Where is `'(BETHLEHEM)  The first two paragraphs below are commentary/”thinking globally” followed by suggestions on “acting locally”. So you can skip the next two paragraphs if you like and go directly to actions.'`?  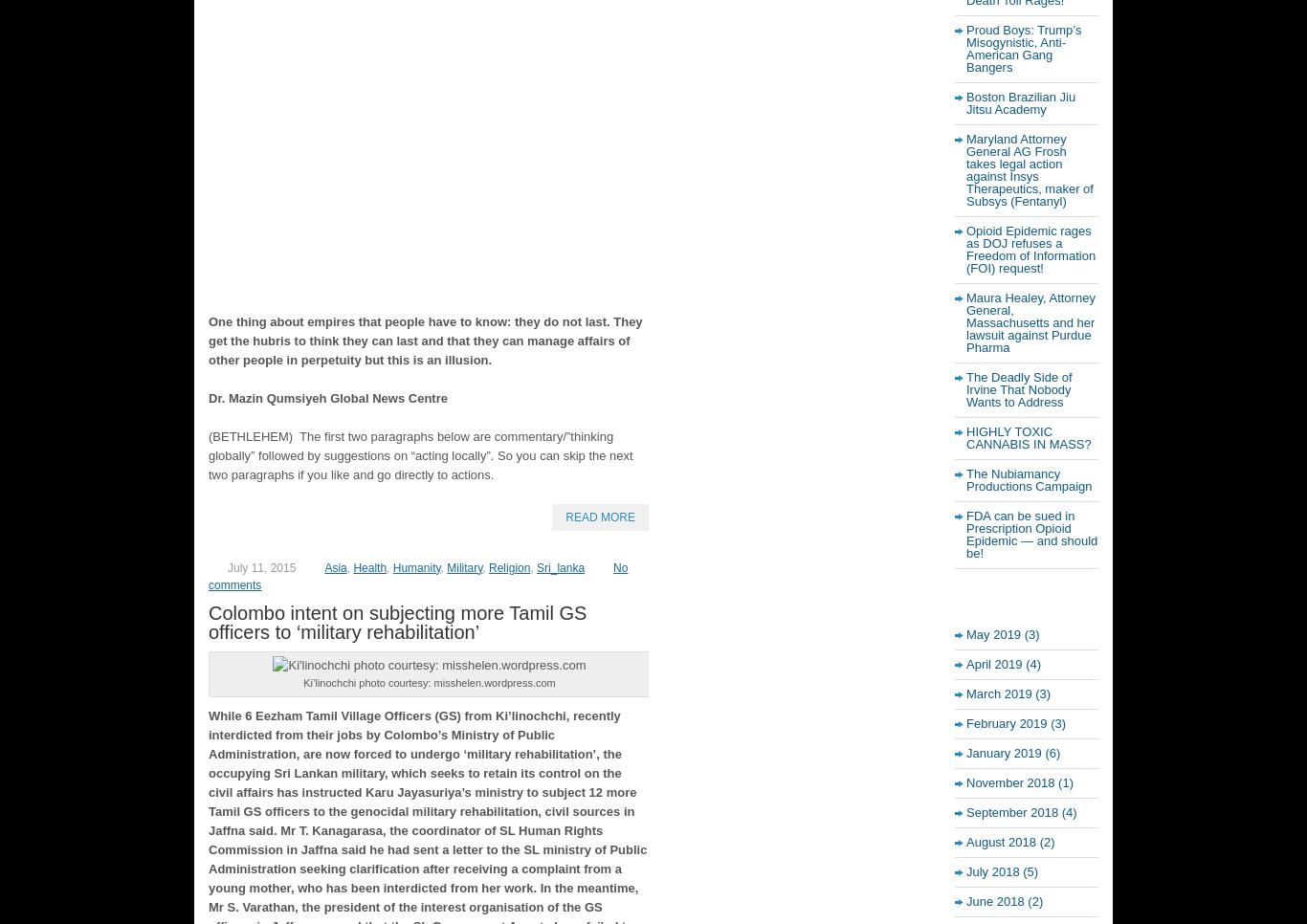
'(BETHLEHEM)  The first two paragraphs below are commentary/”thinking globally” followed by suggestions on “acting locally”. So you can skip the next two paragraphs if you like and go directly to actions.' is located at coordinates (419, 454).